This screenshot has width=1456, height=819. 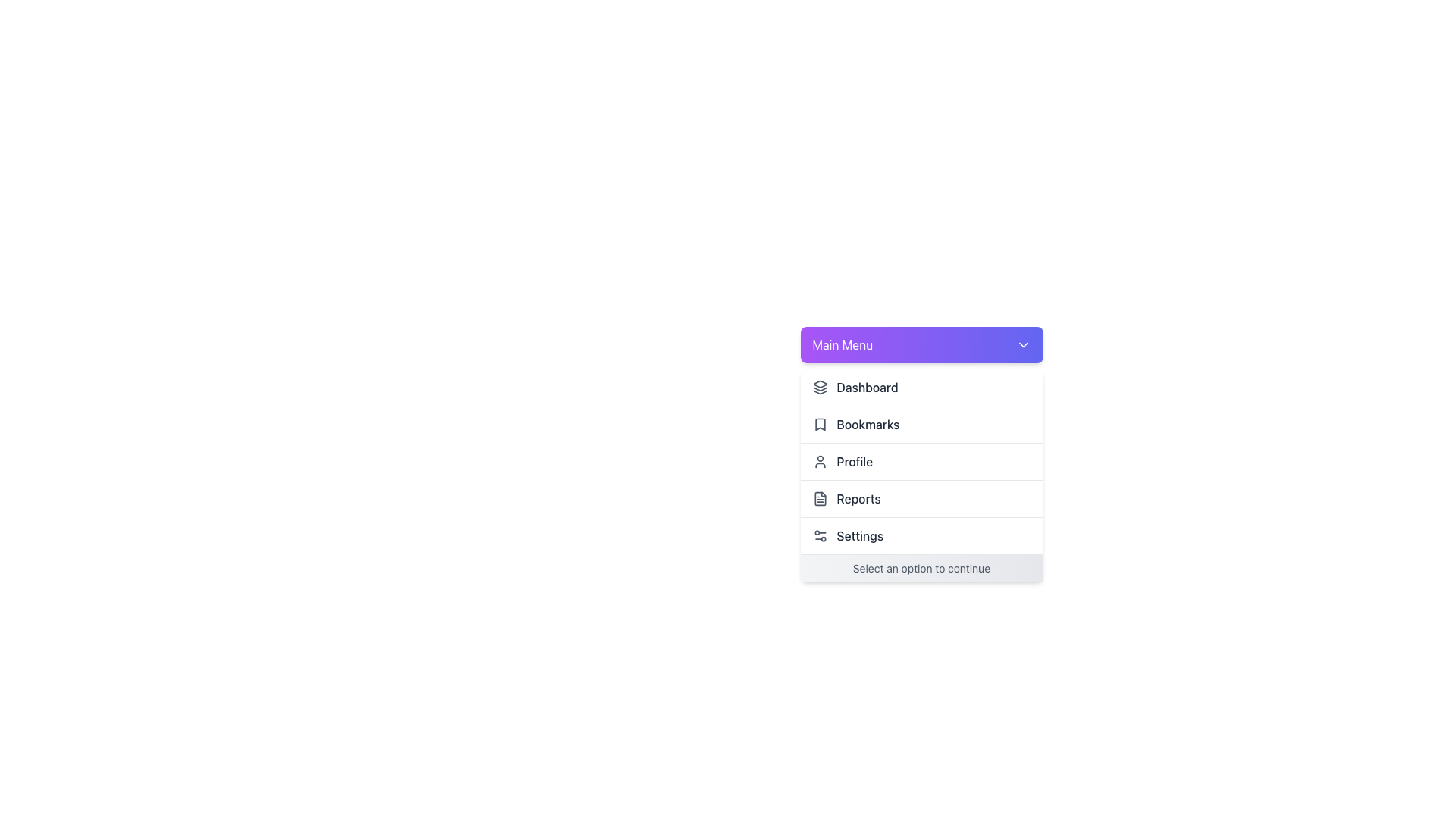 I want to click on the 'Reports' Menu Item Label, which is styled in medium-weight gray font and is located in the vertical menu list under 'Main Menu', so click(x=858, y=499).